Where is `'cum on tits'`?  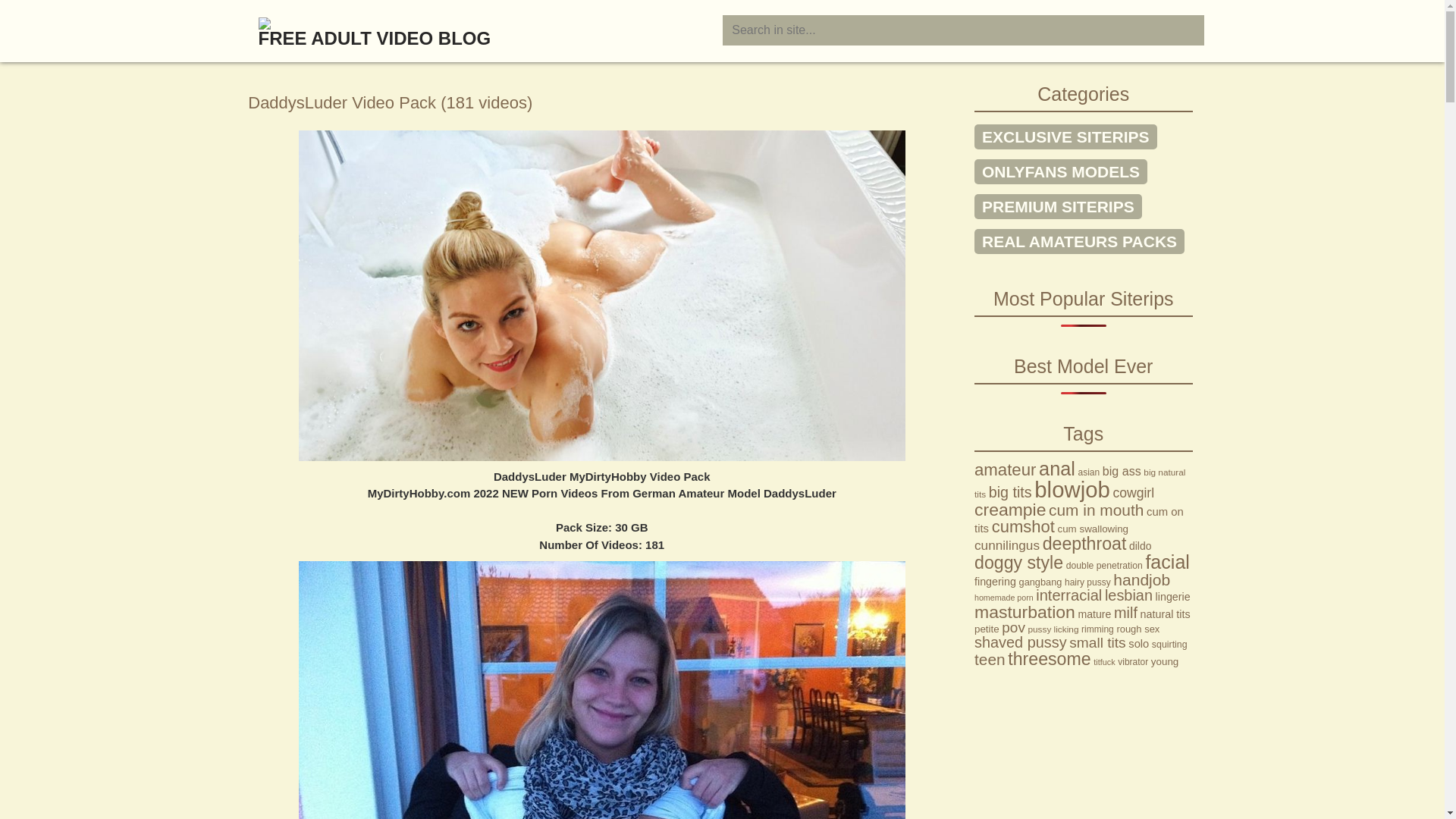 'cum on tits' is located at coordinates (974, 519).